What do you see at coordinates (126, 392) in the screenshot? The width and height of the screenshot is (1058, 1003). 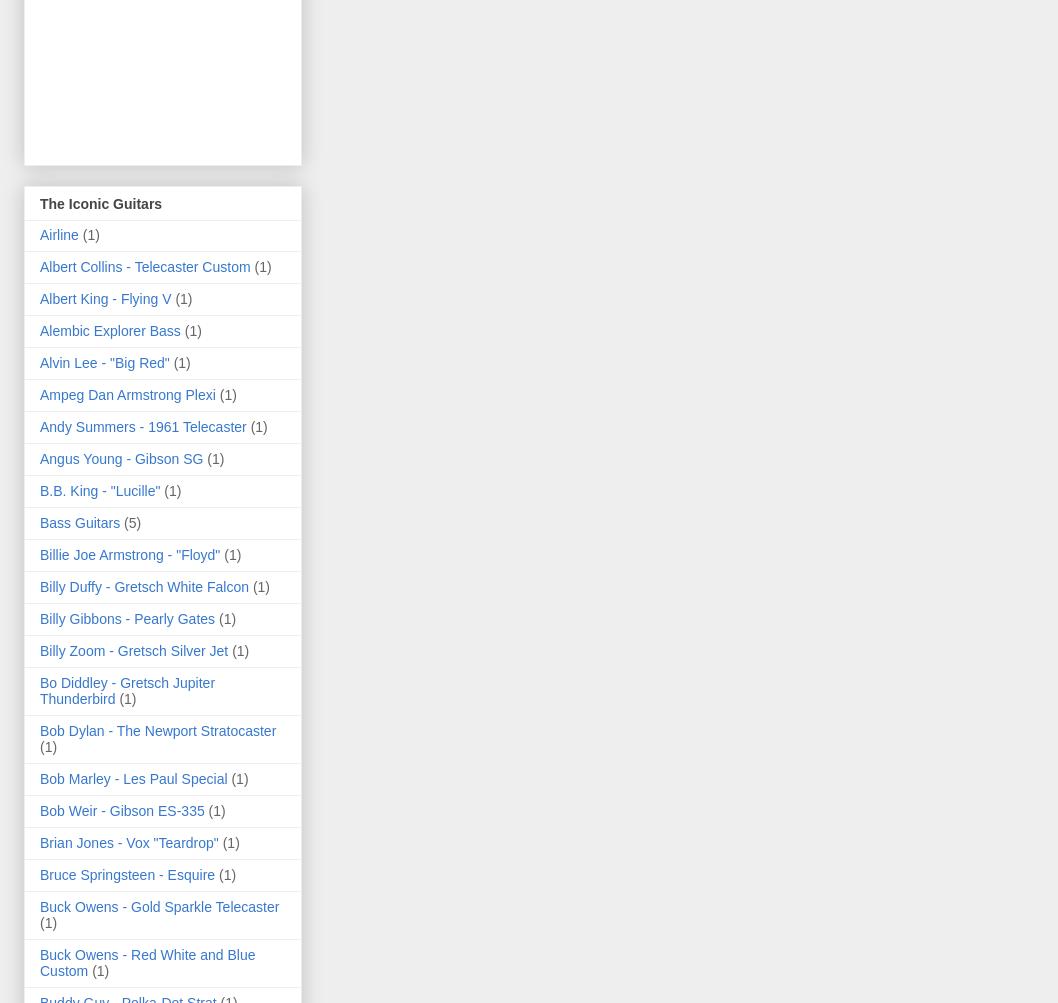 I see `'Ampeg Dan Armstrong Plexi'` at bounding box center [126, 392].